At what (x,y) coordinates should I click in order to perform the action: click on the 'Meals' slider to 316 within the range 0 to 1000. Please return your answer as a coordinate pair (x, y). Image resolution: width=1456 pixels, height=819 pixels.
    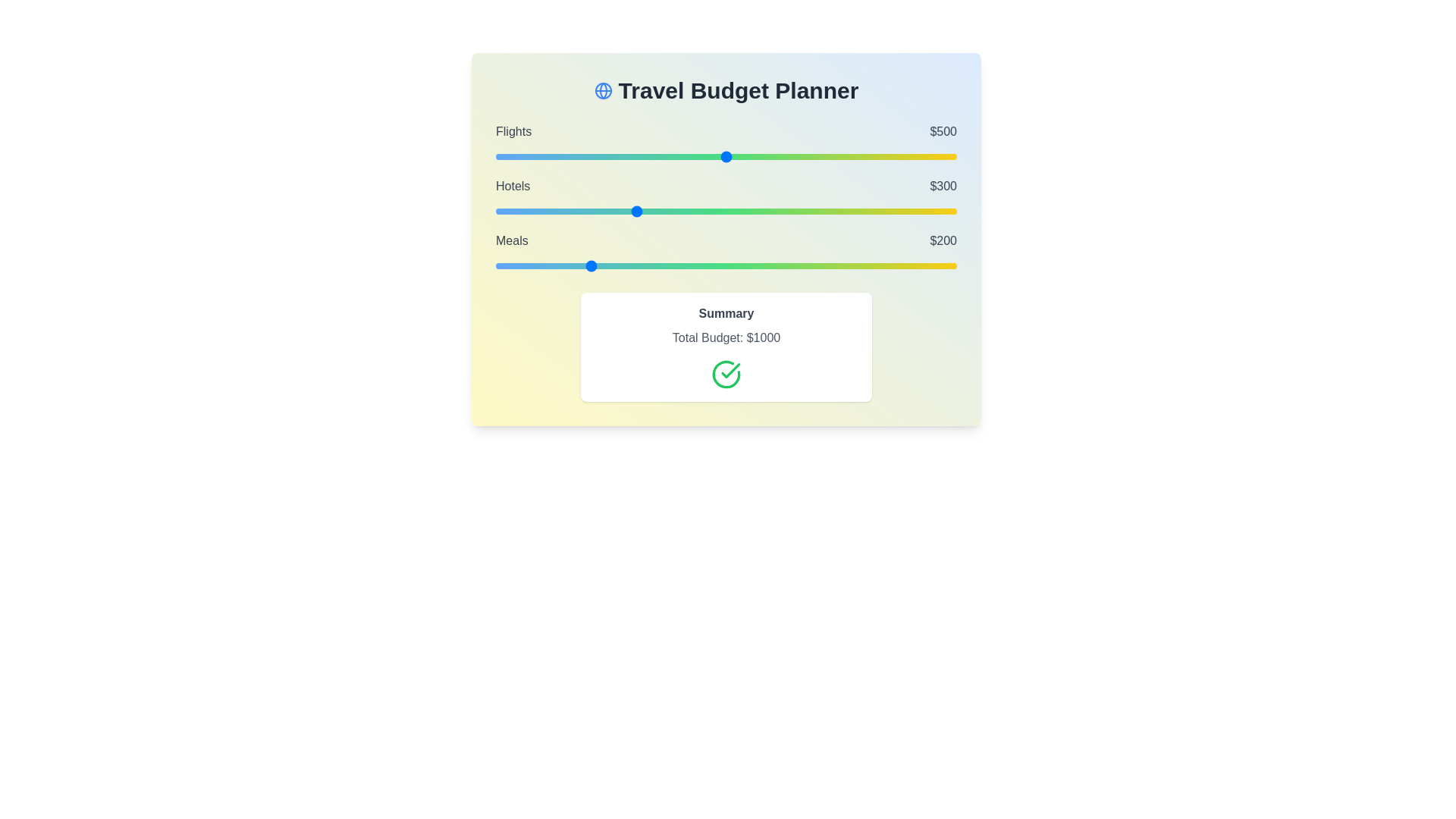
    Looking at the image, I should click on (642, 265).